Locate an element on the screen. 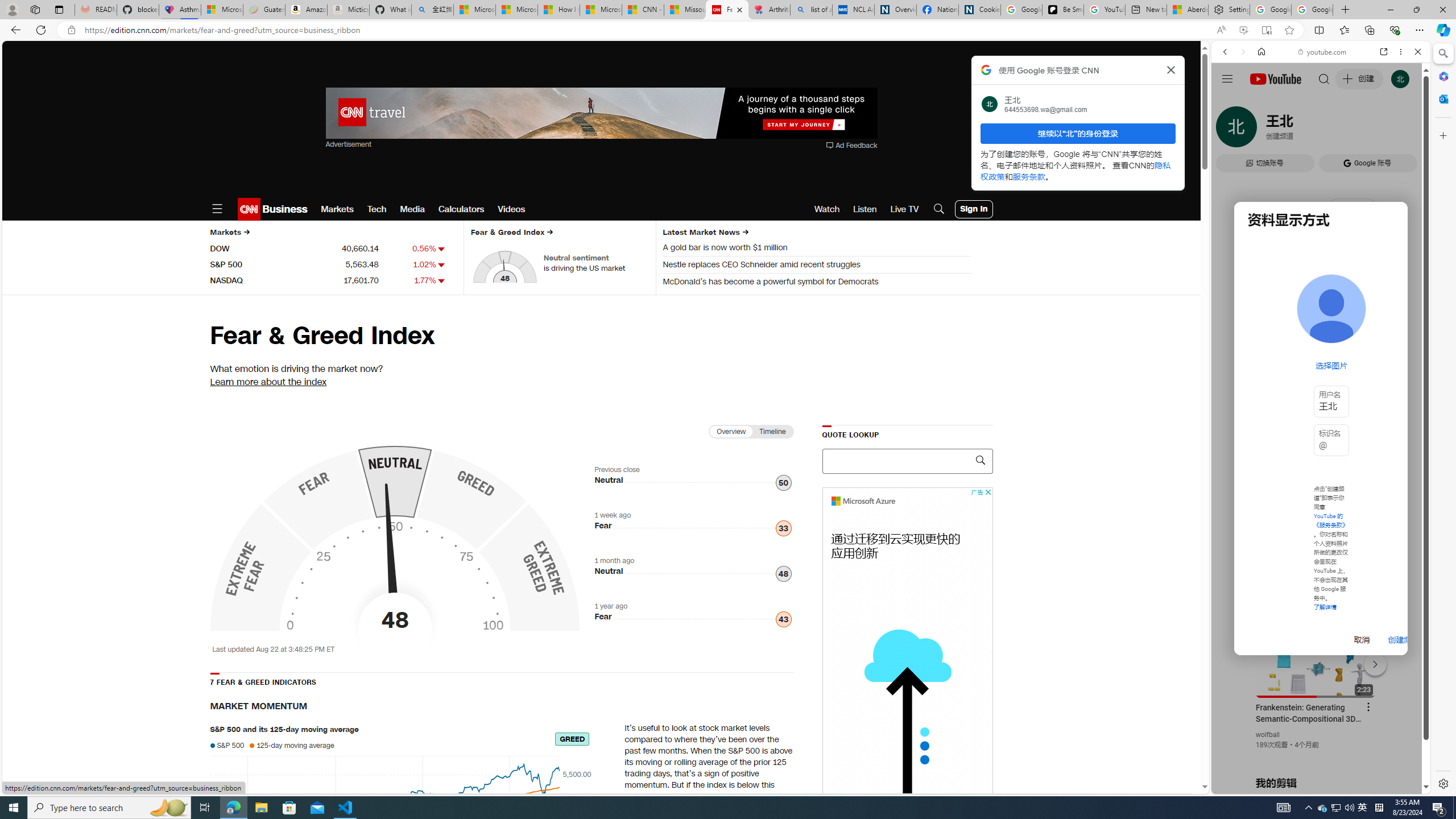  'YouTube - YouTube' is located at coordinates (1316, 560).